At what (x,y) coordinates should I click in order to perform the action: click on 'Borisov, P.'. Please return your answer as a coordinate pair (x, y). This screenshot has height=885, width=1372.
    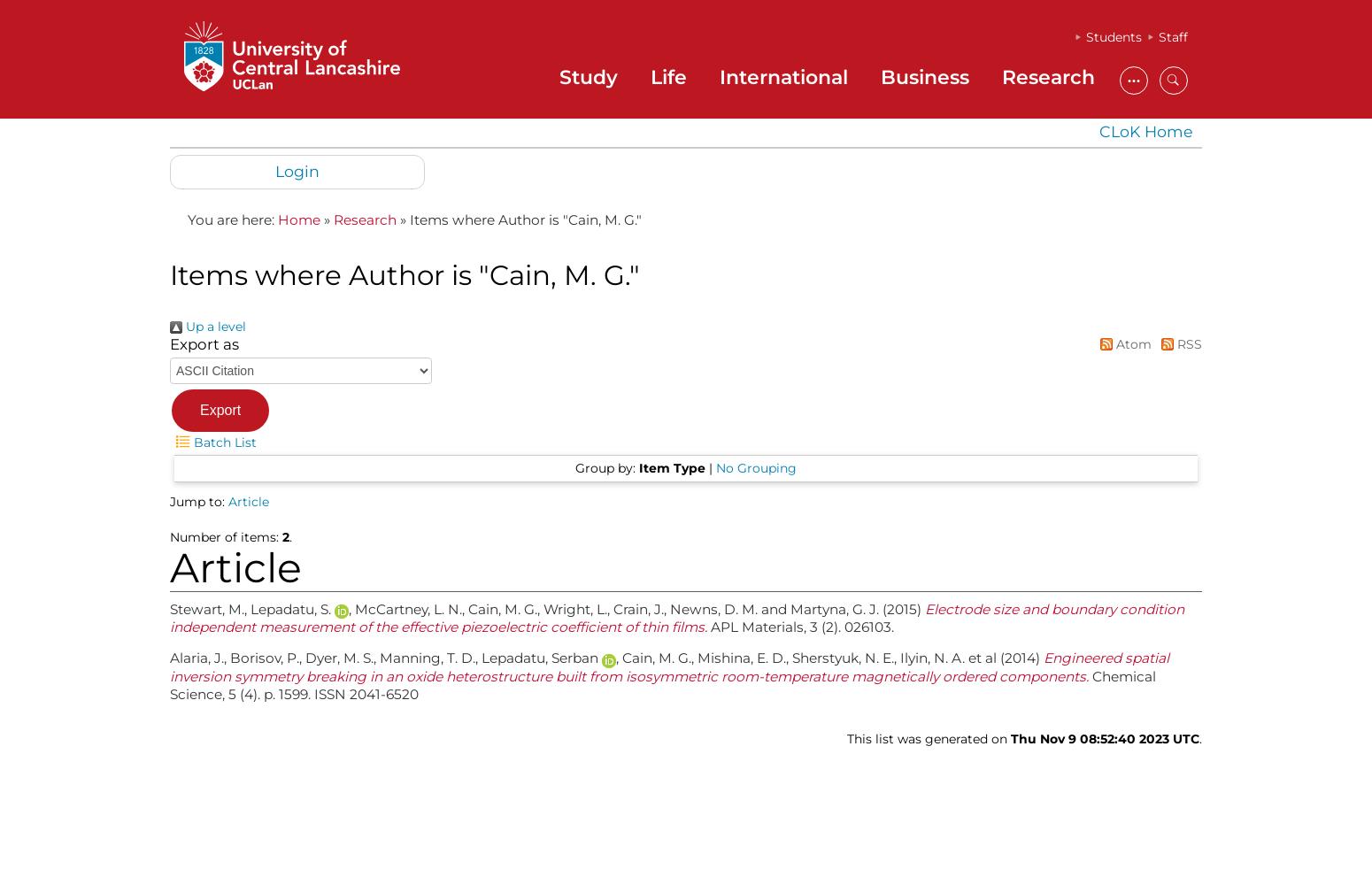
    Looking at the image, I should click on (264, 657).